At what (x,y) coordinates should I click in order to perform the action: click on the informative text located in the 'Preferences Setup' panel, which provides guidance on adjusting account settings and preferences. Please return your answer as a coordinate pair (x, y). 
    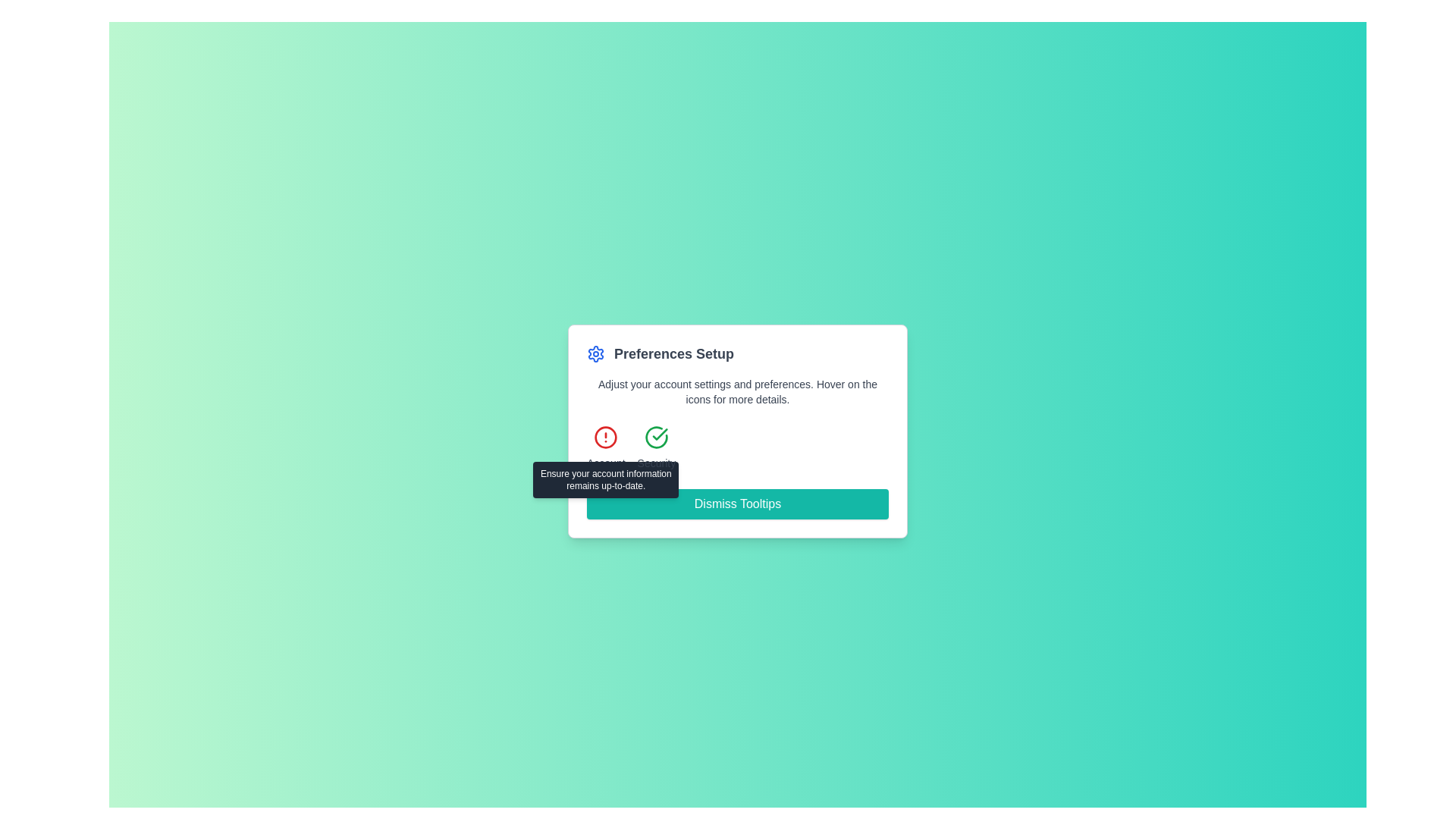
    Looking at the image, I should click on (738, 391).